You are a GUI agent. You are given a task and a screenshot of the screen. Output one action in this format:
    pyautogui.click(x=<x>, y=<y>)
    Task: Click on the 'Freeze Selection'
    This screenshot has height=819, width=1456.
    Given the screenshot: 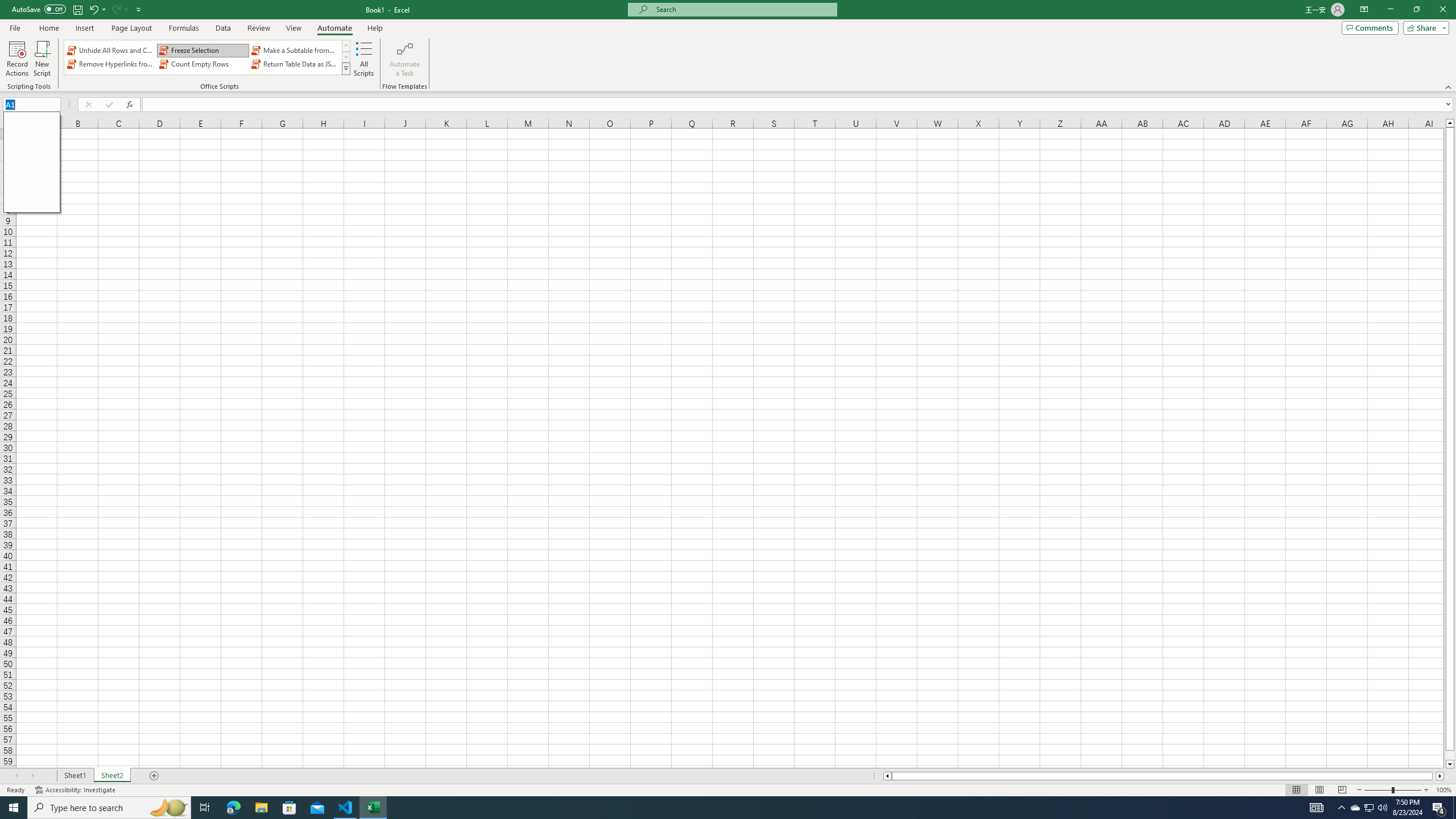 What is the action you would take?
    pyautogui.click(x=202, y=50)
    